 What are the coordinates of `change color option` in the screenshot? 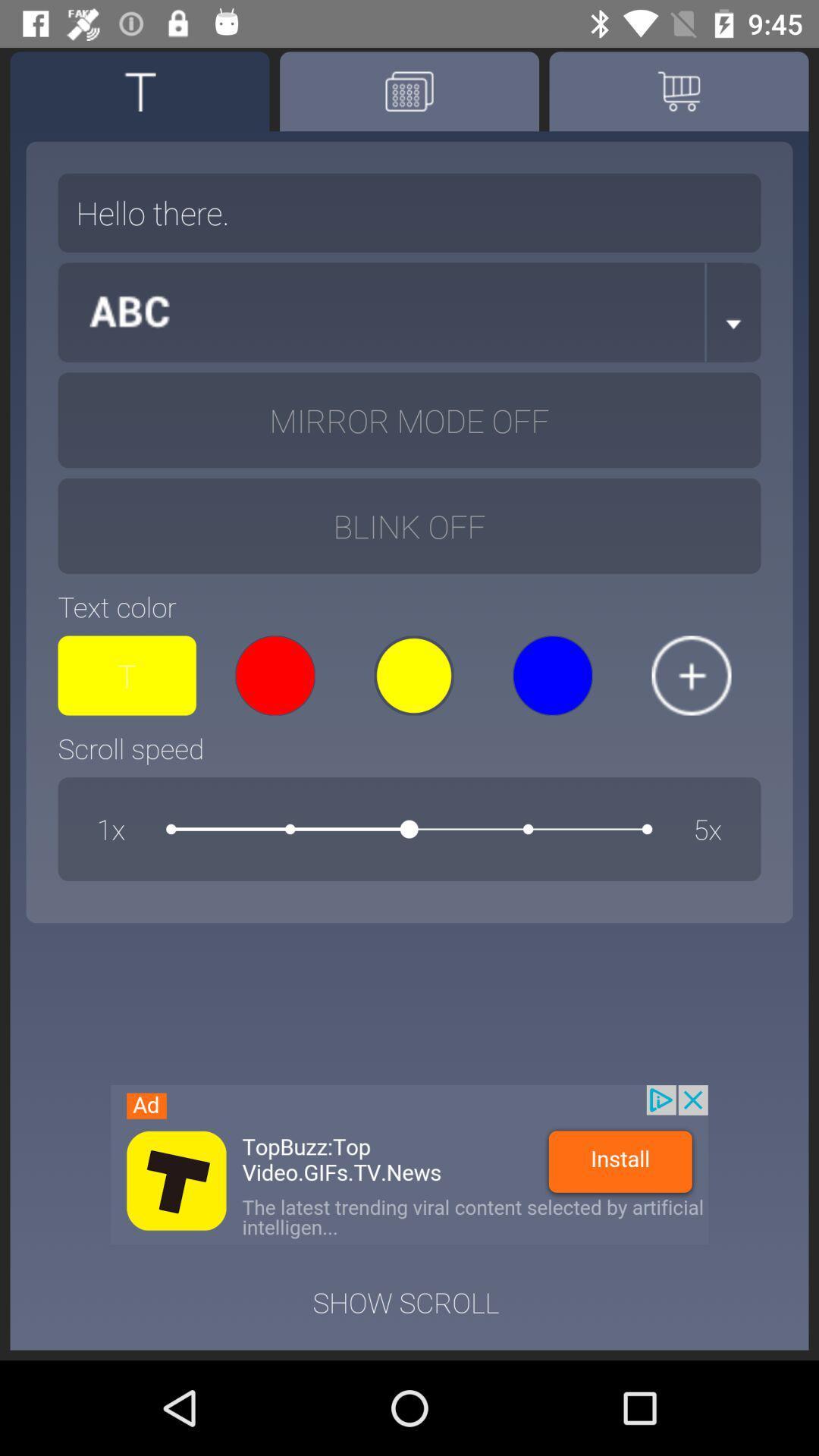 It's located at (691, 675).